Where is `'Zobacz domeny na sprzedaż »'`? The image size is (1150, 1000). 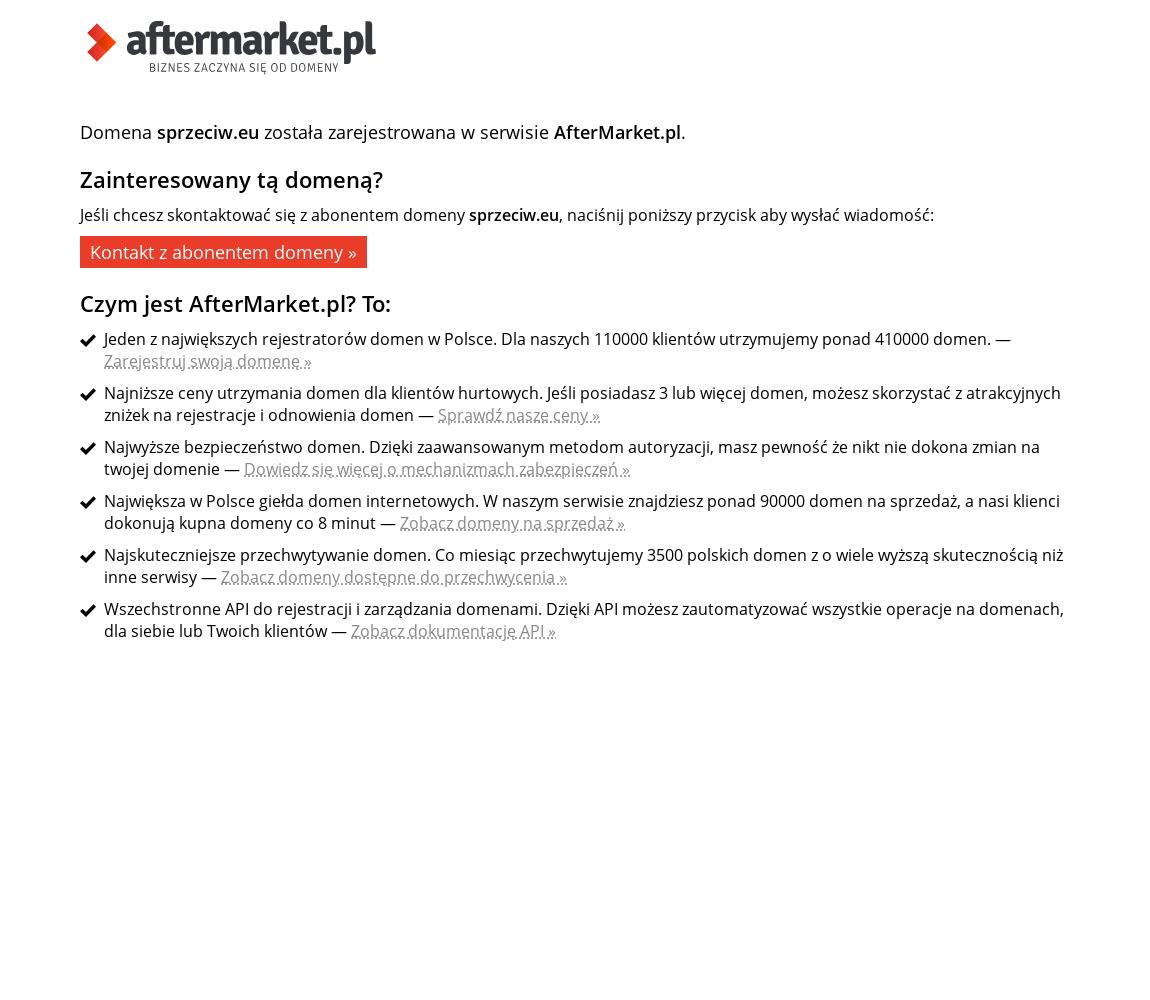
'Zobacz domeny na sprzedaż »' is located at coordinates (512, 523).